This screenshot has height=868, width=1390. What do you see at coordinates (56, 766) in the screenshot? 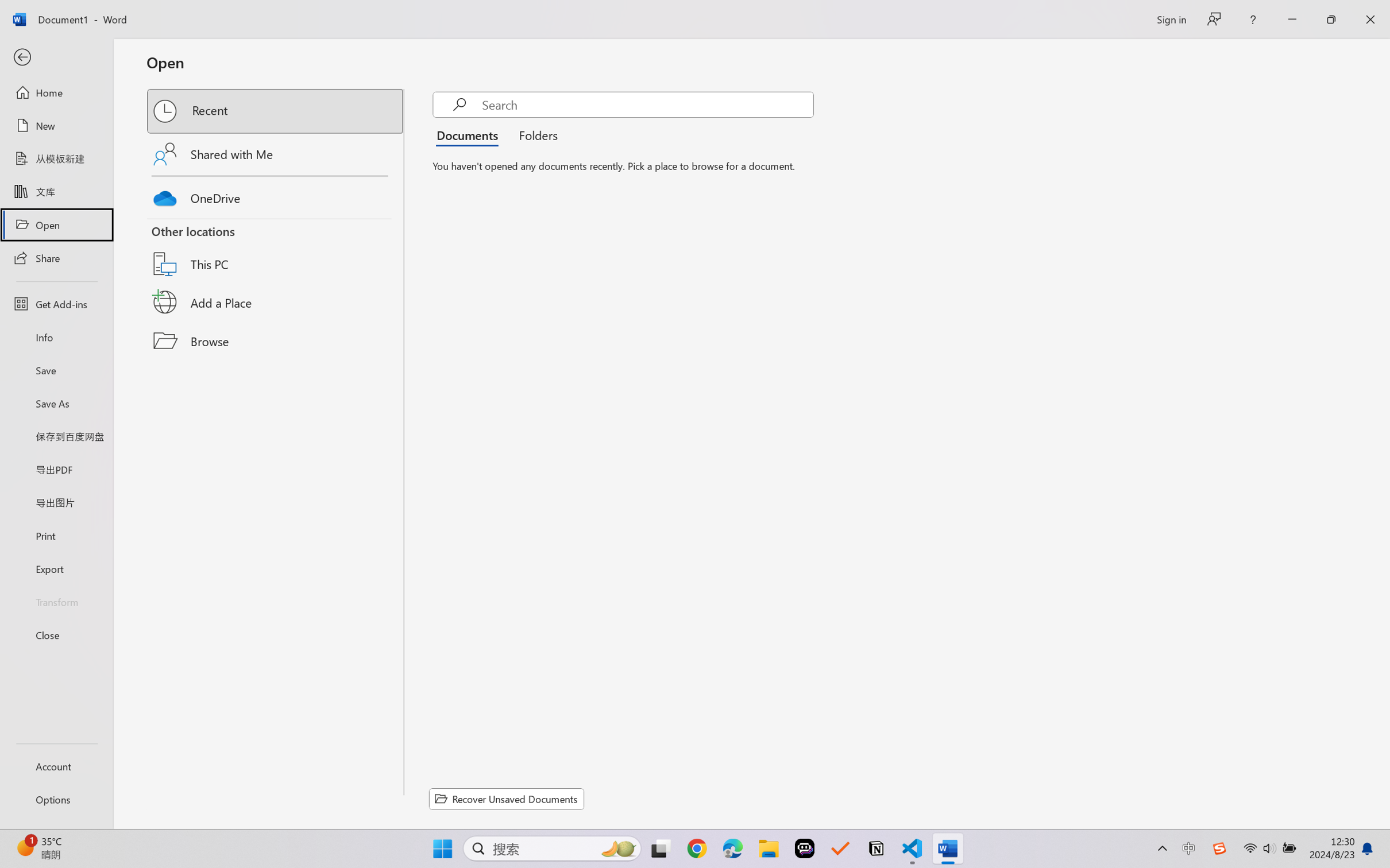
I see `'Account'` at bounding box center [56, 766].